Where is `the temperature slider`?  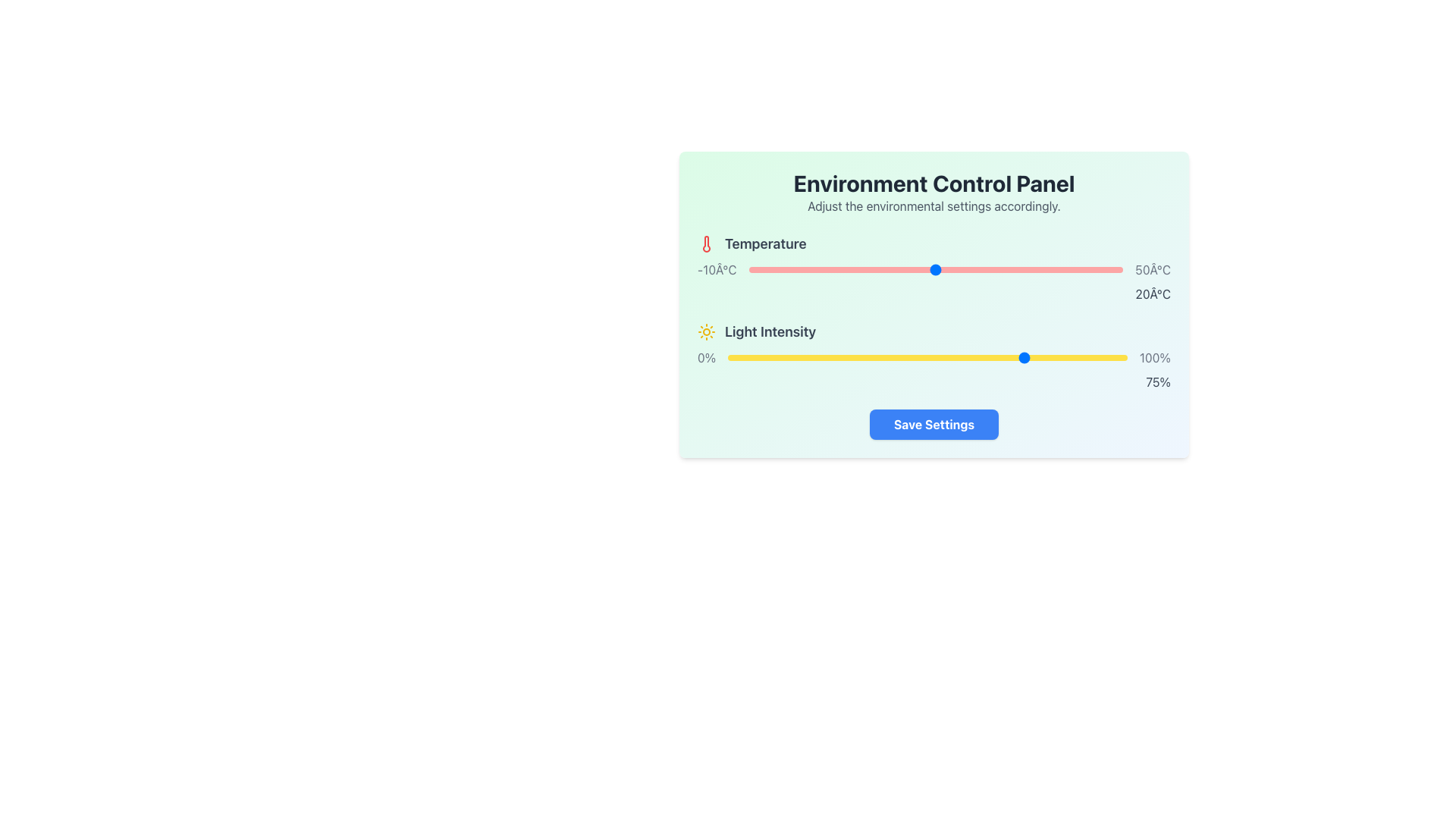 the temperature slider is located at coordinates (892, 268).